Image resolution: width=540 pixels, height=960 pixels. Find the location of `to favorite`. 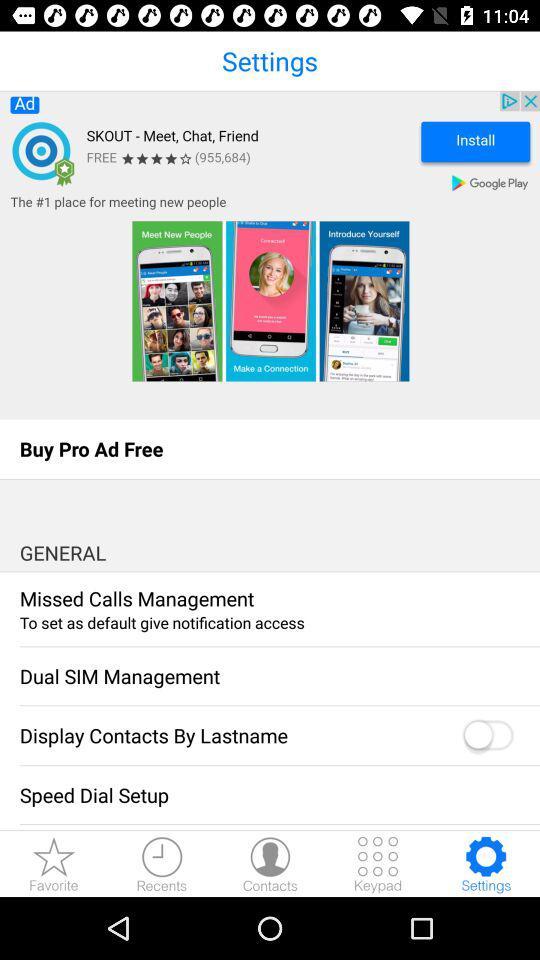

to favorite is located at coordinates (54, 863).